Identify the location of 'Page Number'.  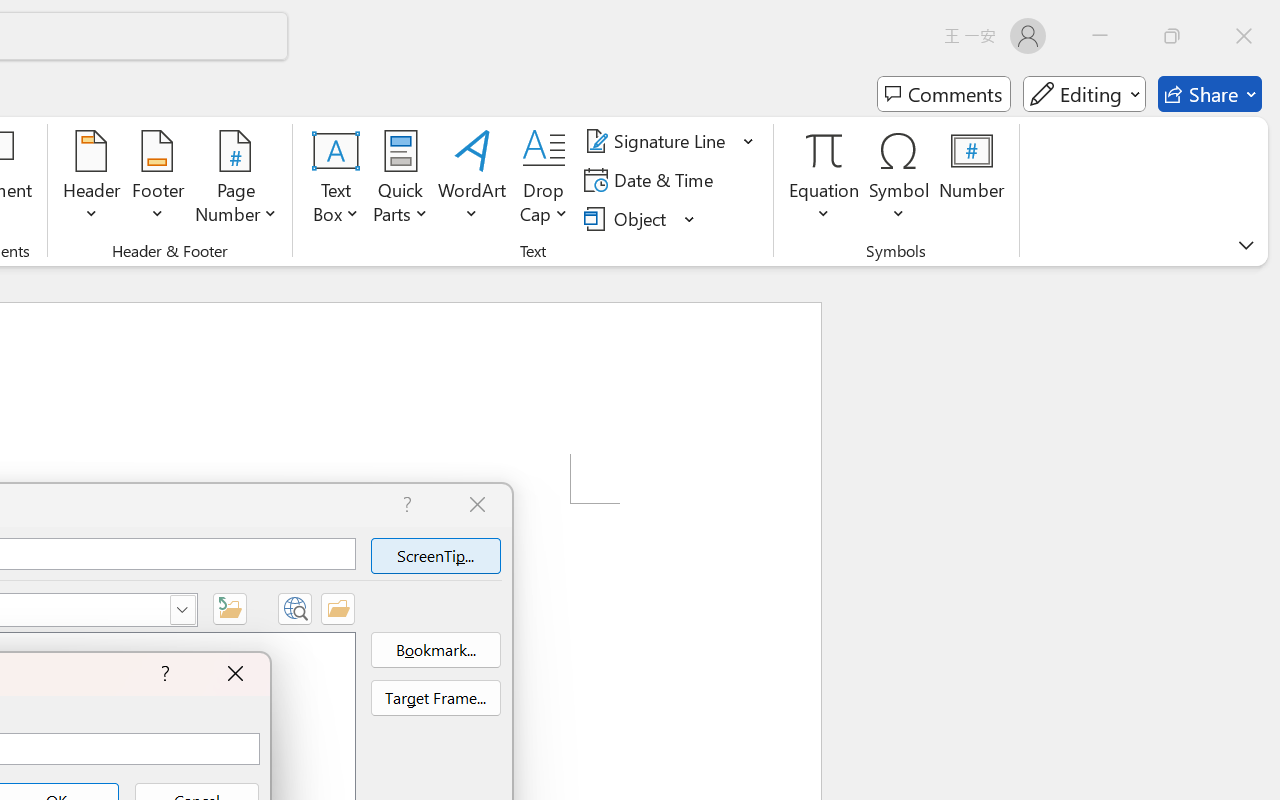
(236, 179).